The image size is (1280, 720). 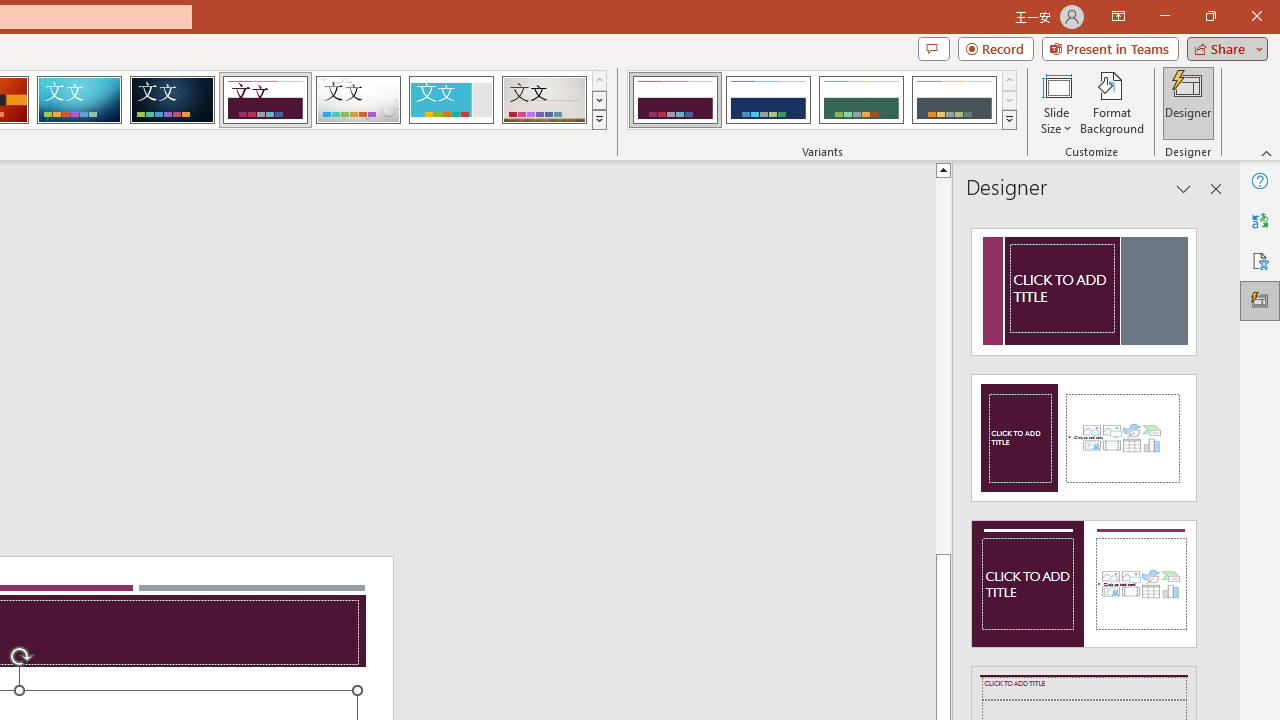 What do you see at coordinates (1083, 286) in the screenshot?
I see `'Recommended Design: Design Idea'` at bounding box center [1083, 286].